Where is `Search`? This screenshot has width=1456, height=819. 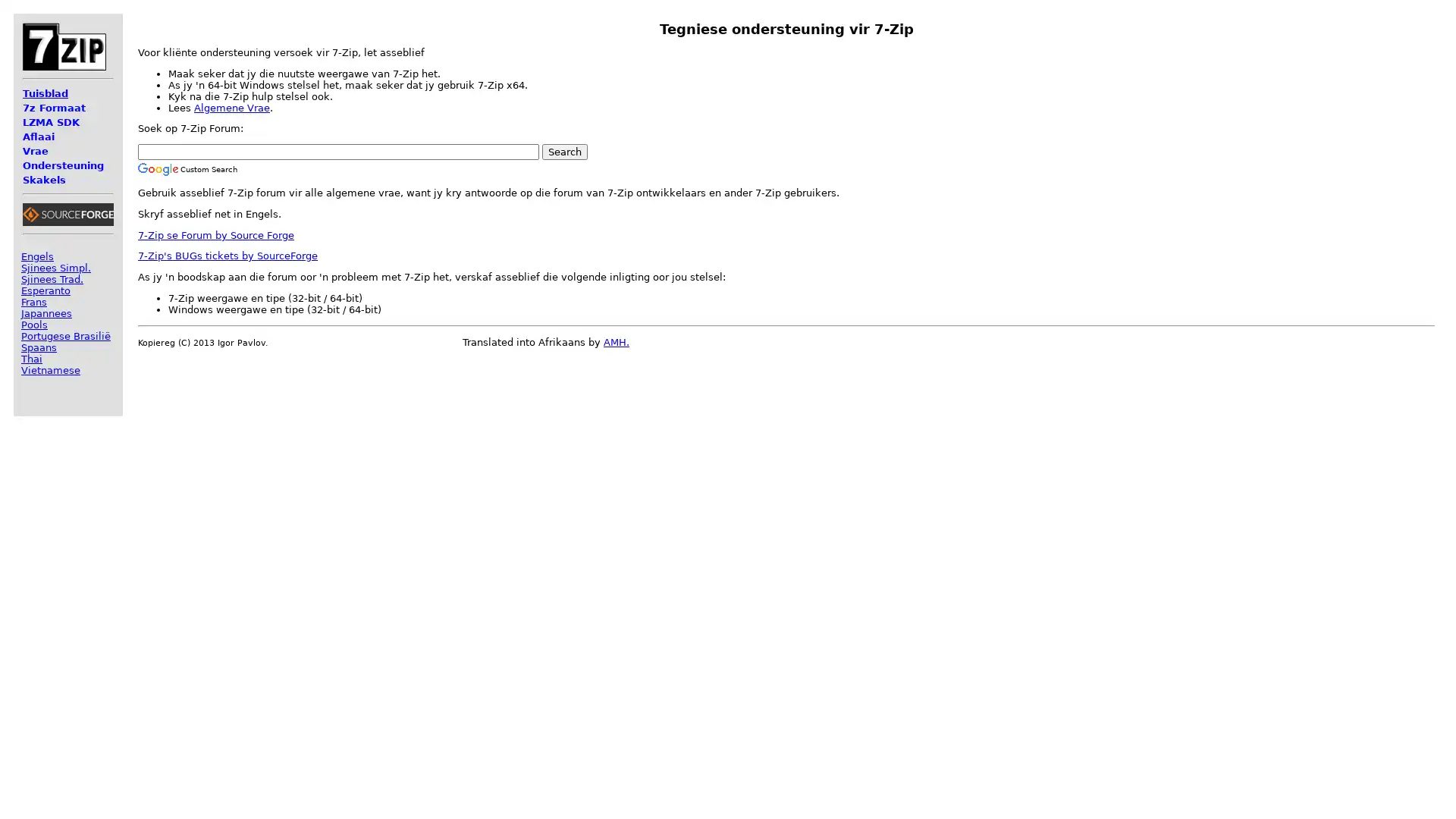 Search is located at coordinates (563, 152).